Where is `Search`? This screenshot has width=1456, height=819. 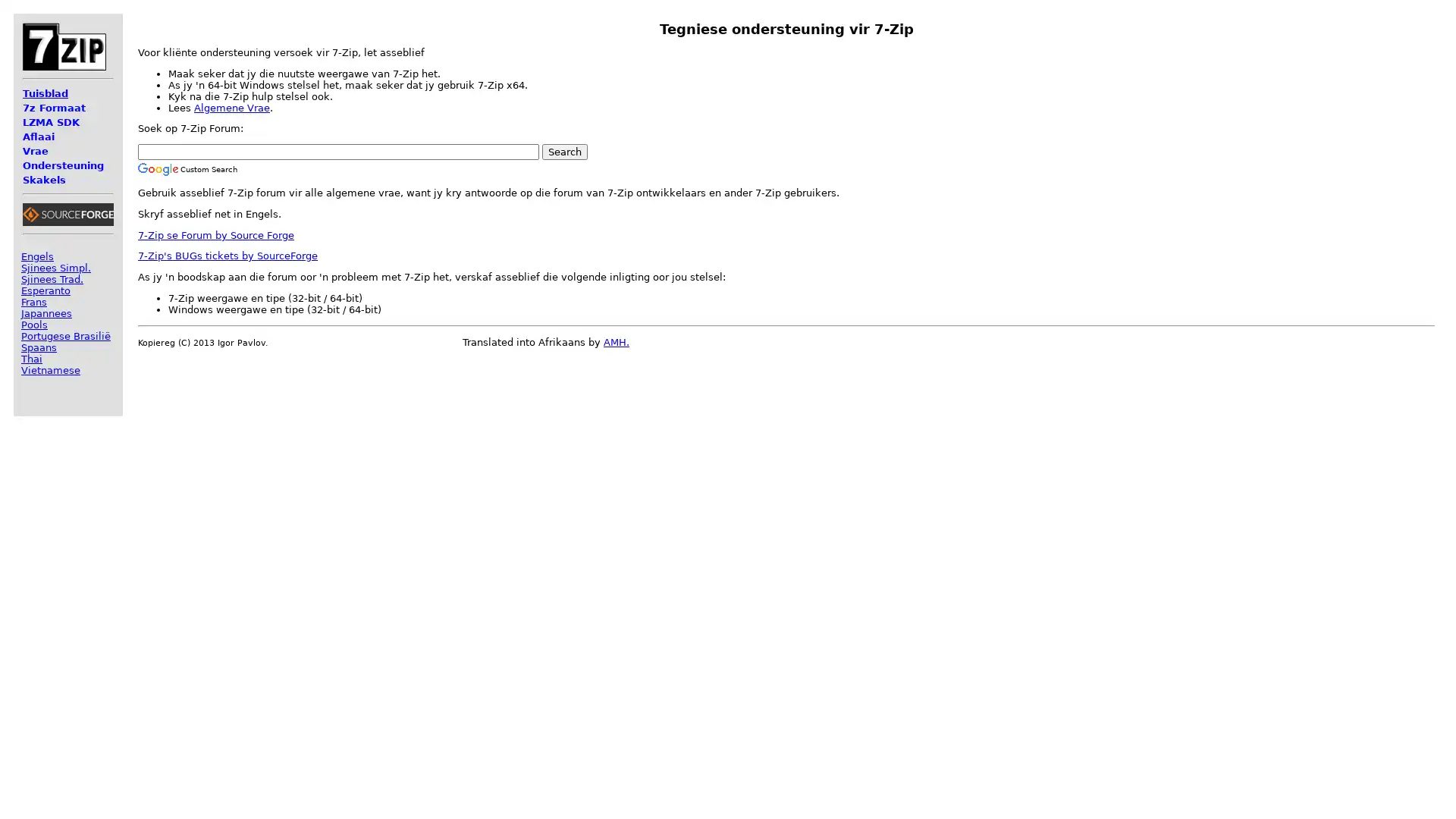 Search is located at coordinates (563, 152).